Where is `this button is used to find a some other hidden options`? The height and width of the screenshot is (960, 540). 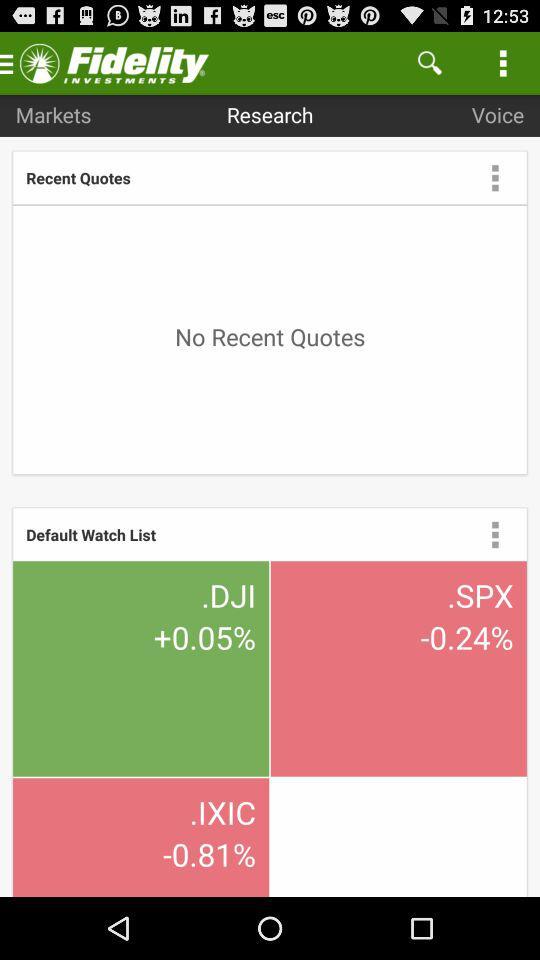 this button is used to find a some other hidden options is located at coordinates (494, 176).